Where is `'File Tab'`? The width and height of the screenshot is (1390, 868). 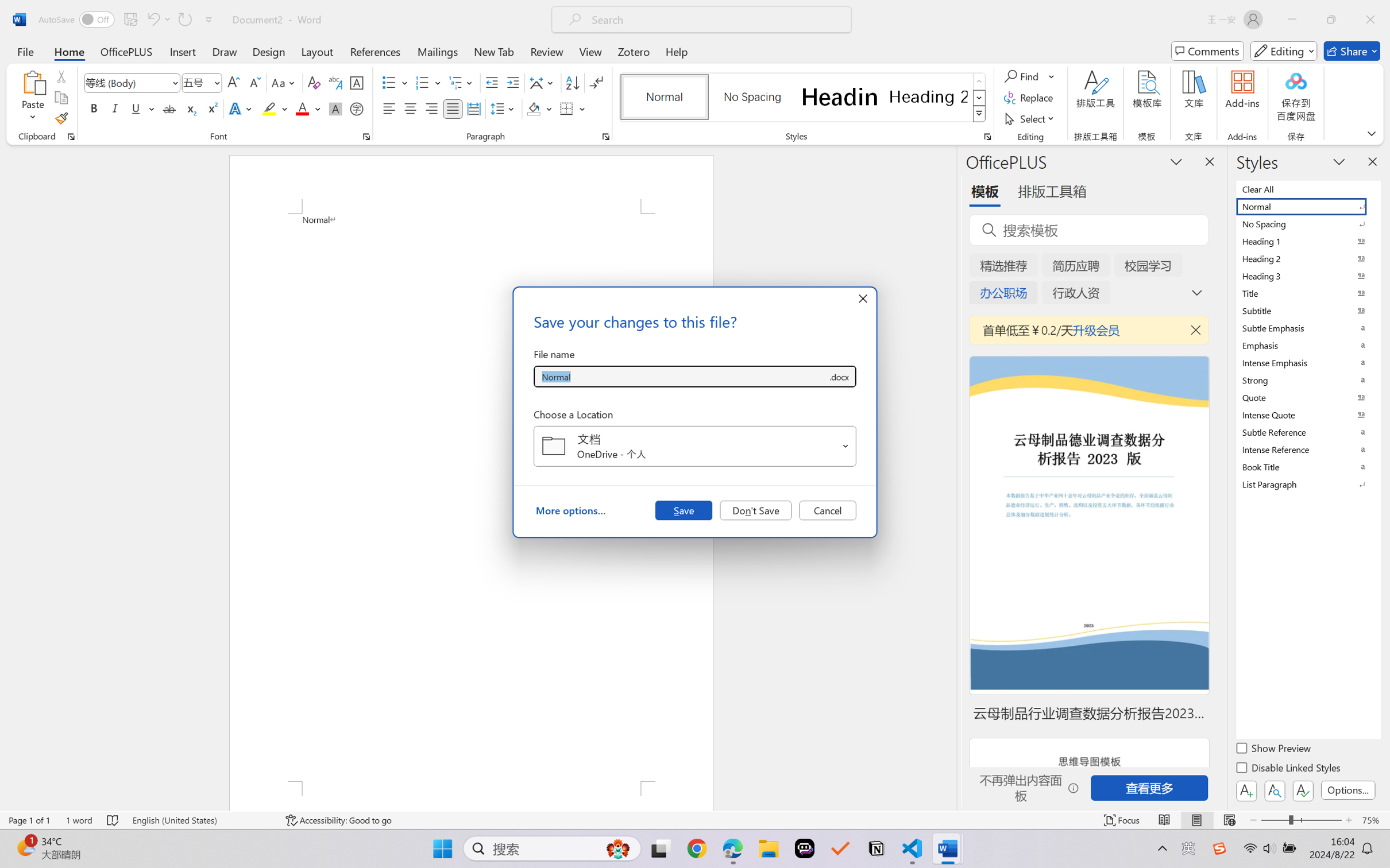 'File Tab' is located at coordinates (25, 51).